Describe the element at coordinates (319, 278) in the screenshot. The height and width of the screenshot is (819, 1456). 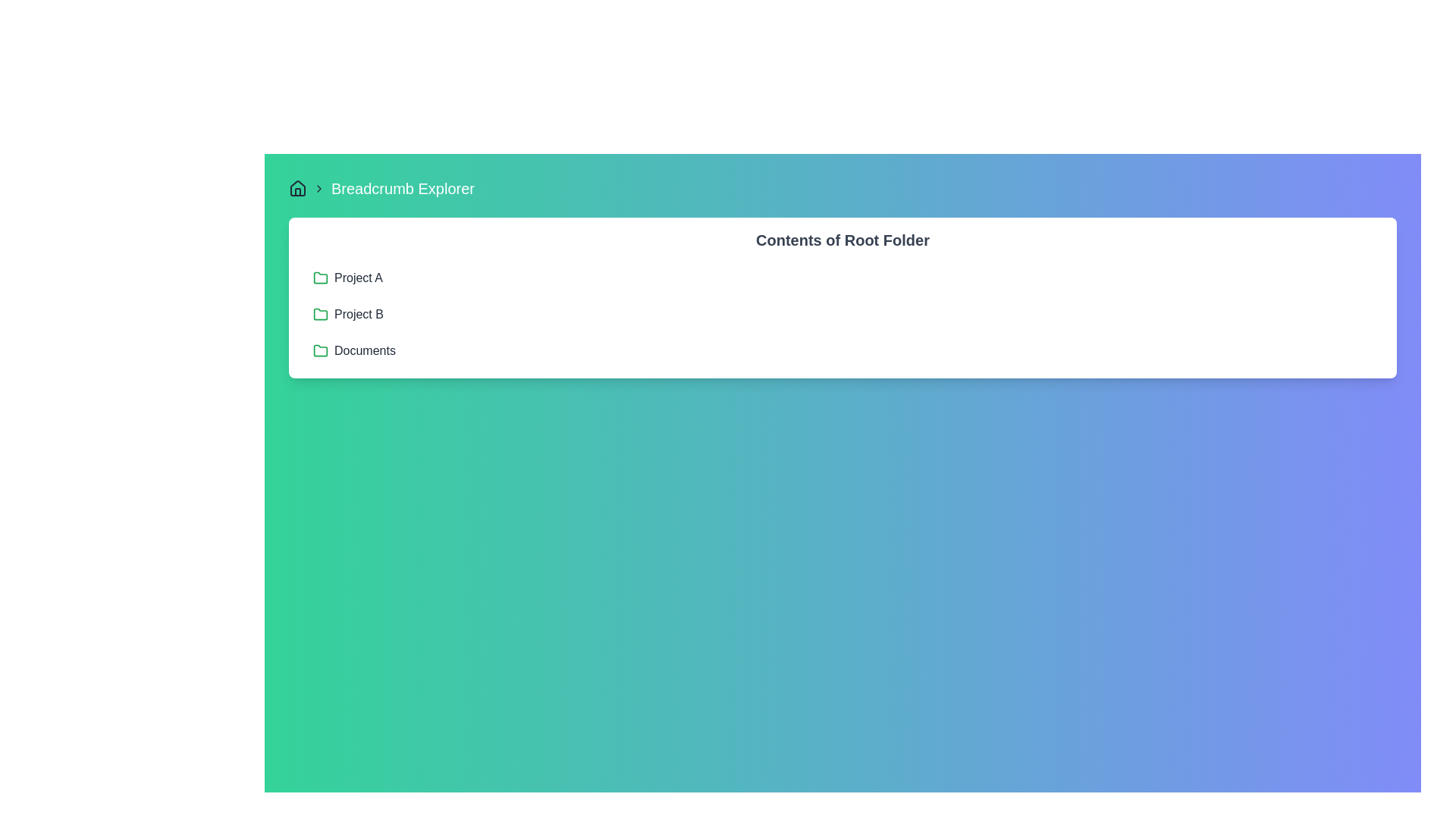
I see `the SVG graphical folder icon with a green outline located next to the text 'Project A' in the first item of the vertical list under the header 'Breadcrumb Explorer'` at that location.